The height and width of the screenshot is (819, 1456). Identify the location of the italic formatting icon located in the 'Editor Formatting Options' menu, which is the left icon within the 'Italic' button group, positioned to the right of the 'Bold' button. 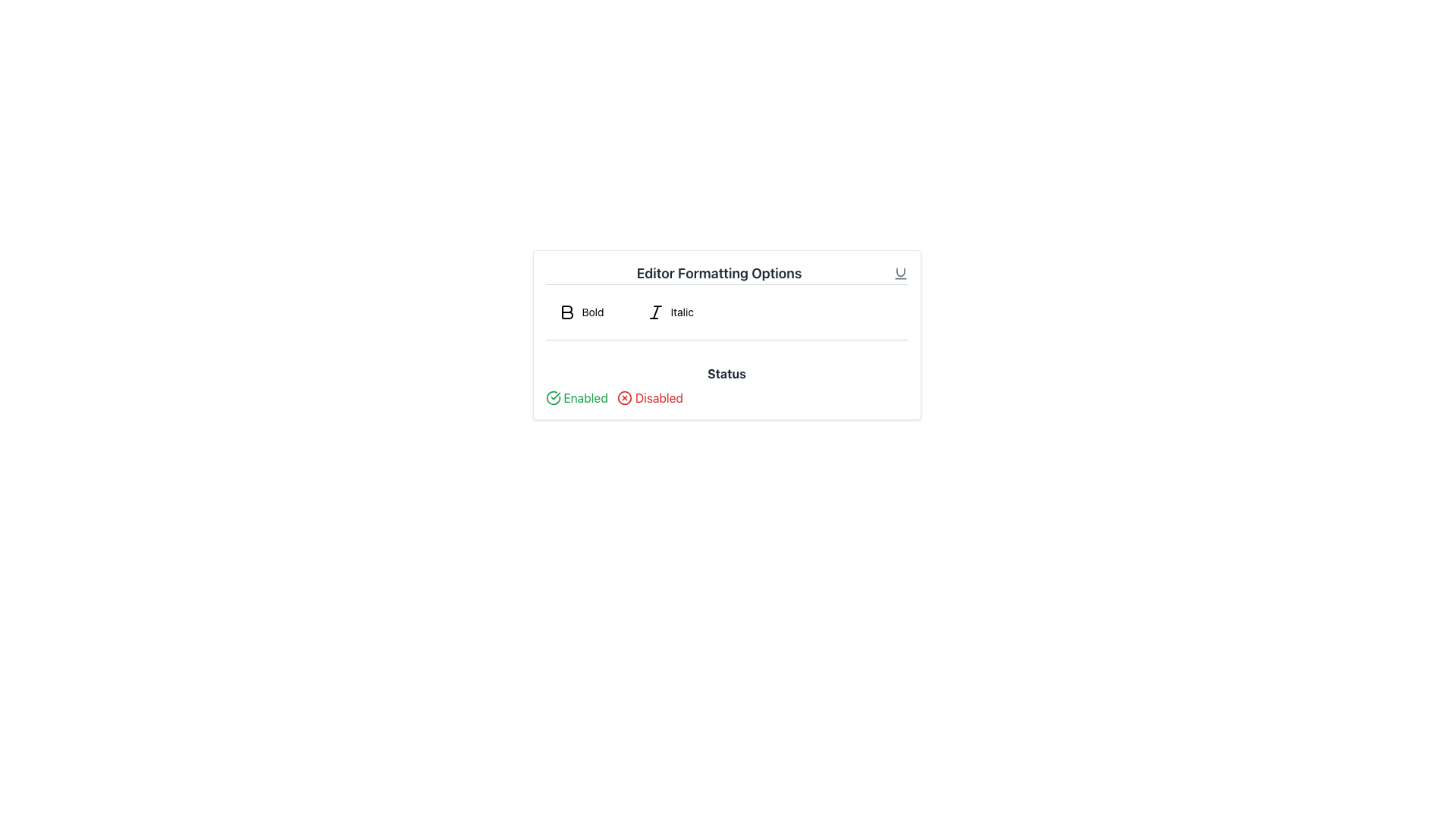
(655, 312).